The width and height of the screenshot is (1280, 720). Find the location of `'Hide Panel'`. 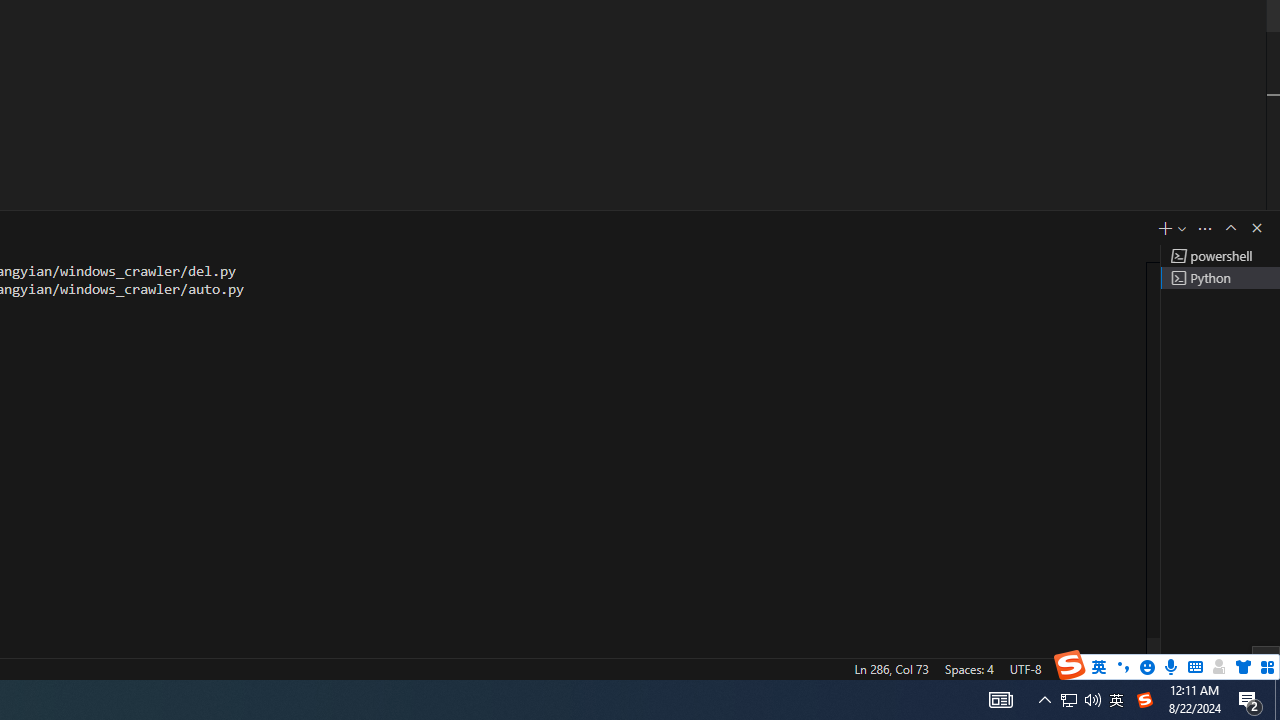

'Hide Panel' is located at coordinates (1255, 226).